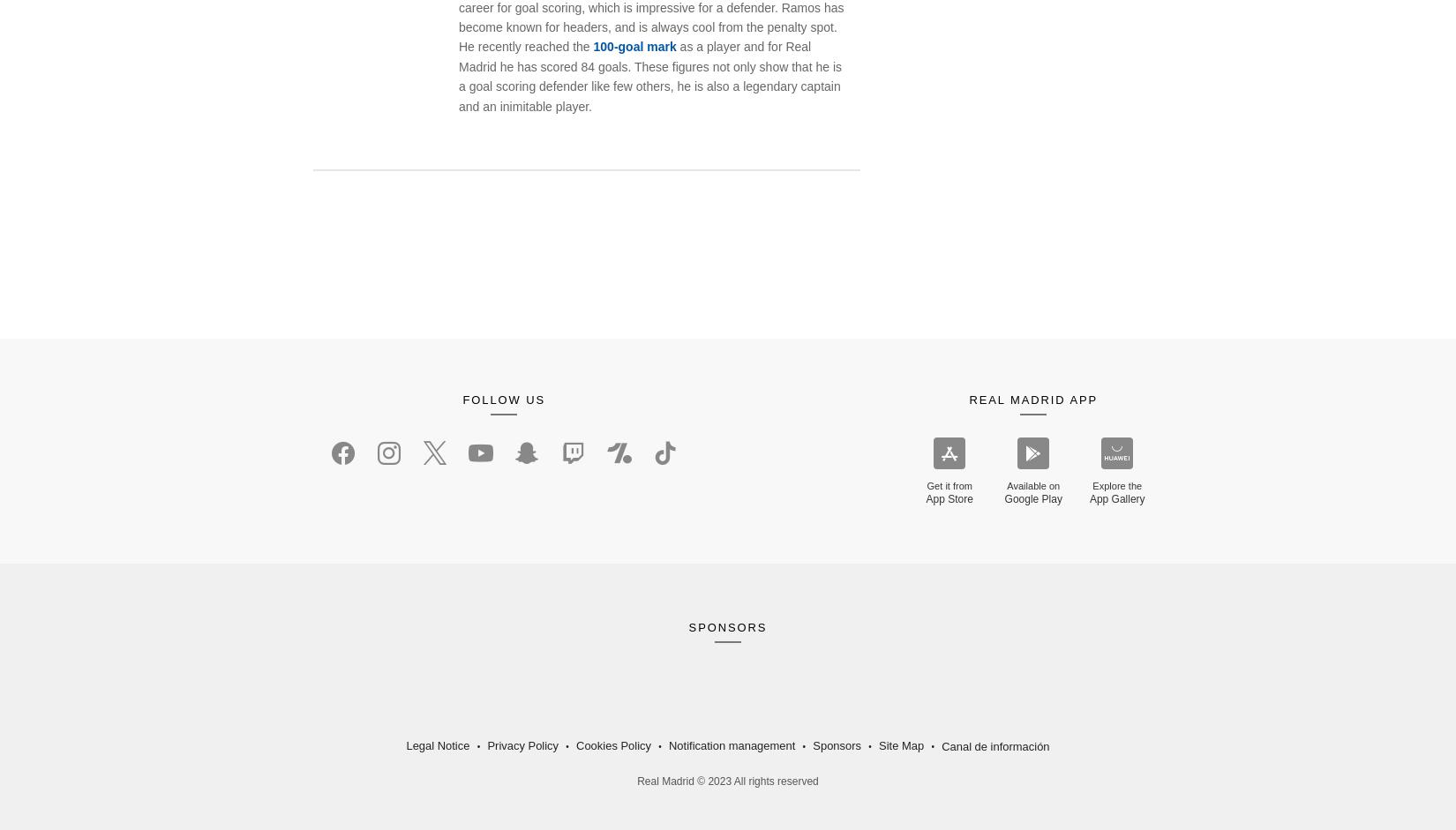  Describe the element at coordinates (949, 498) in the screenshot. I see `'App Store'` at that location.